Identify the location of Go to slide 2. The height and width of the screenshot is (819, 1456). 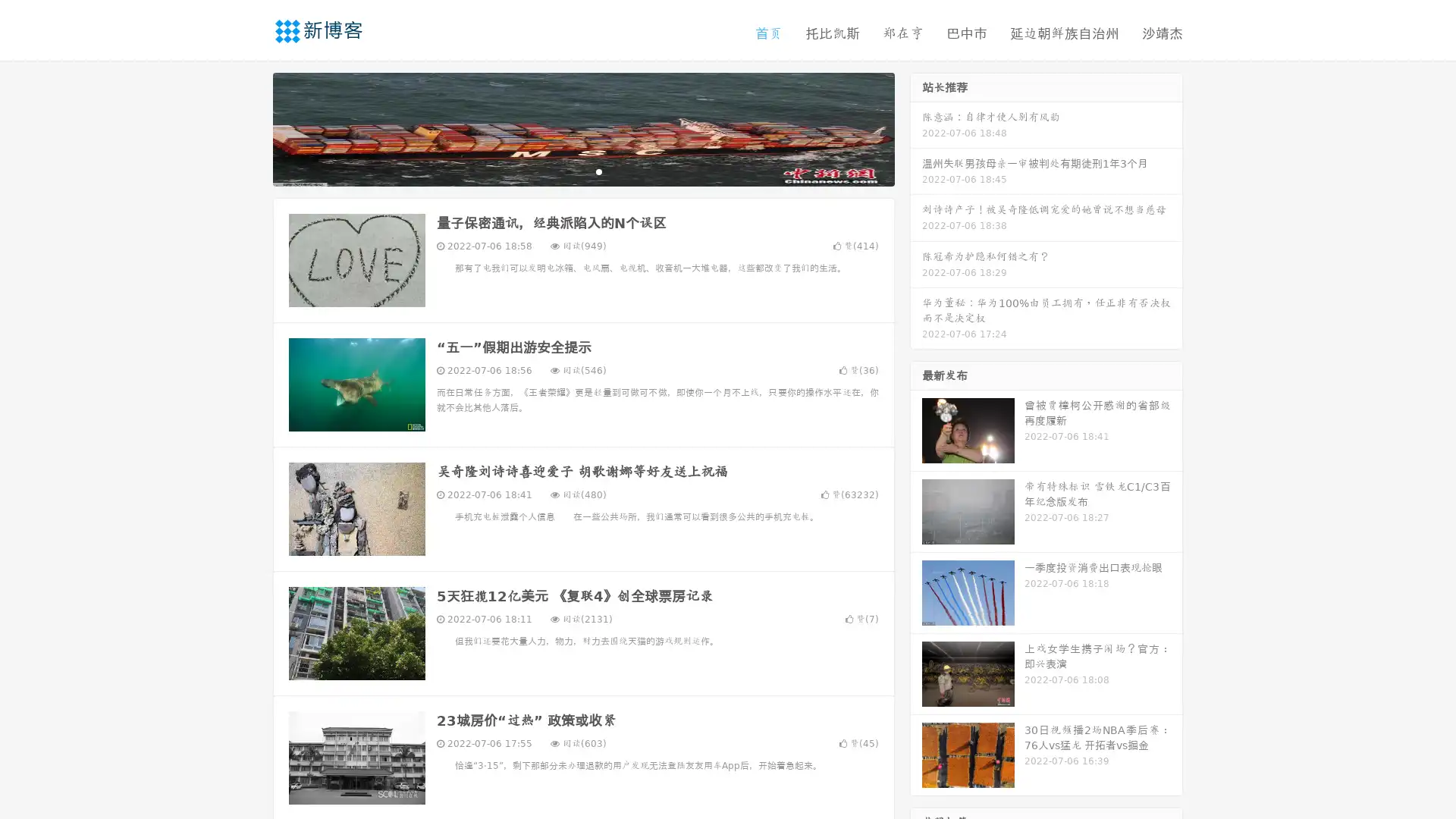
(582, 171).